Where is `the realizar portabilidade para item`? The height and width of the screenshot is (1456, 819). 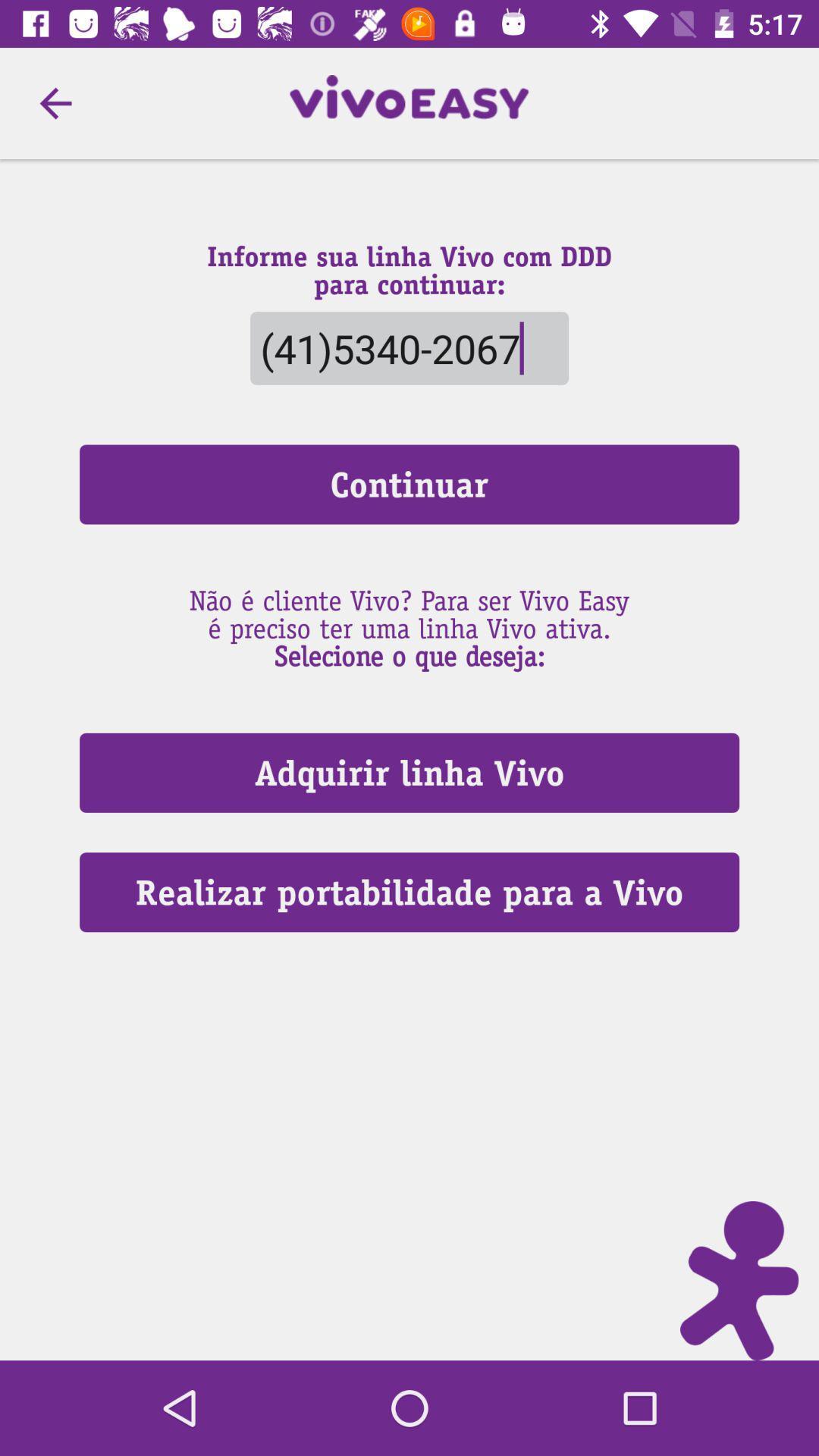
the realizar portabilidade para item is located at coordinates (409, 892).